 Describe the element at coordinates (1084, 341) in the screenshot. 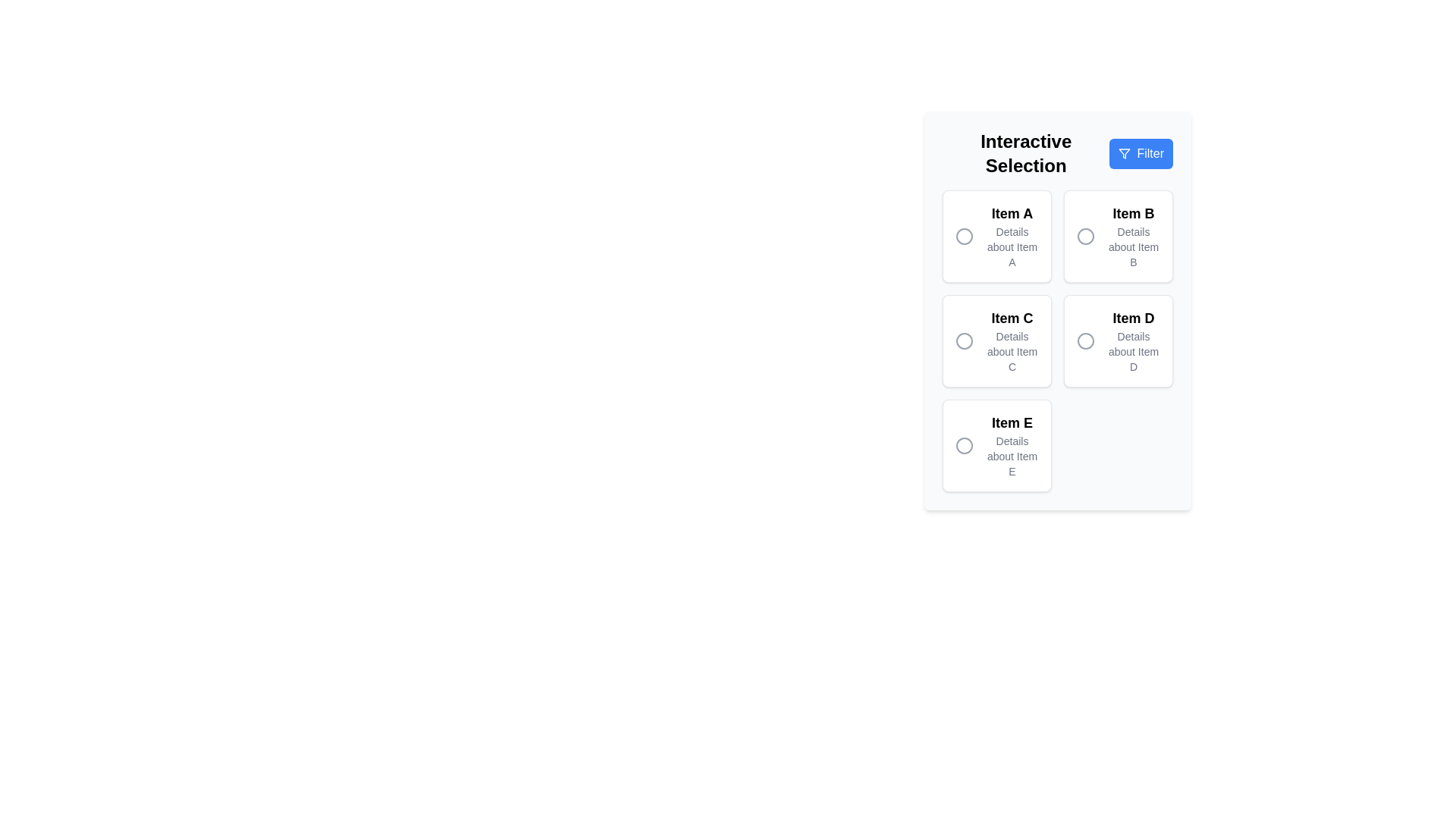

I see `the circular radio button located in the top-left corner of the card labeled 'Item D'` at that location.